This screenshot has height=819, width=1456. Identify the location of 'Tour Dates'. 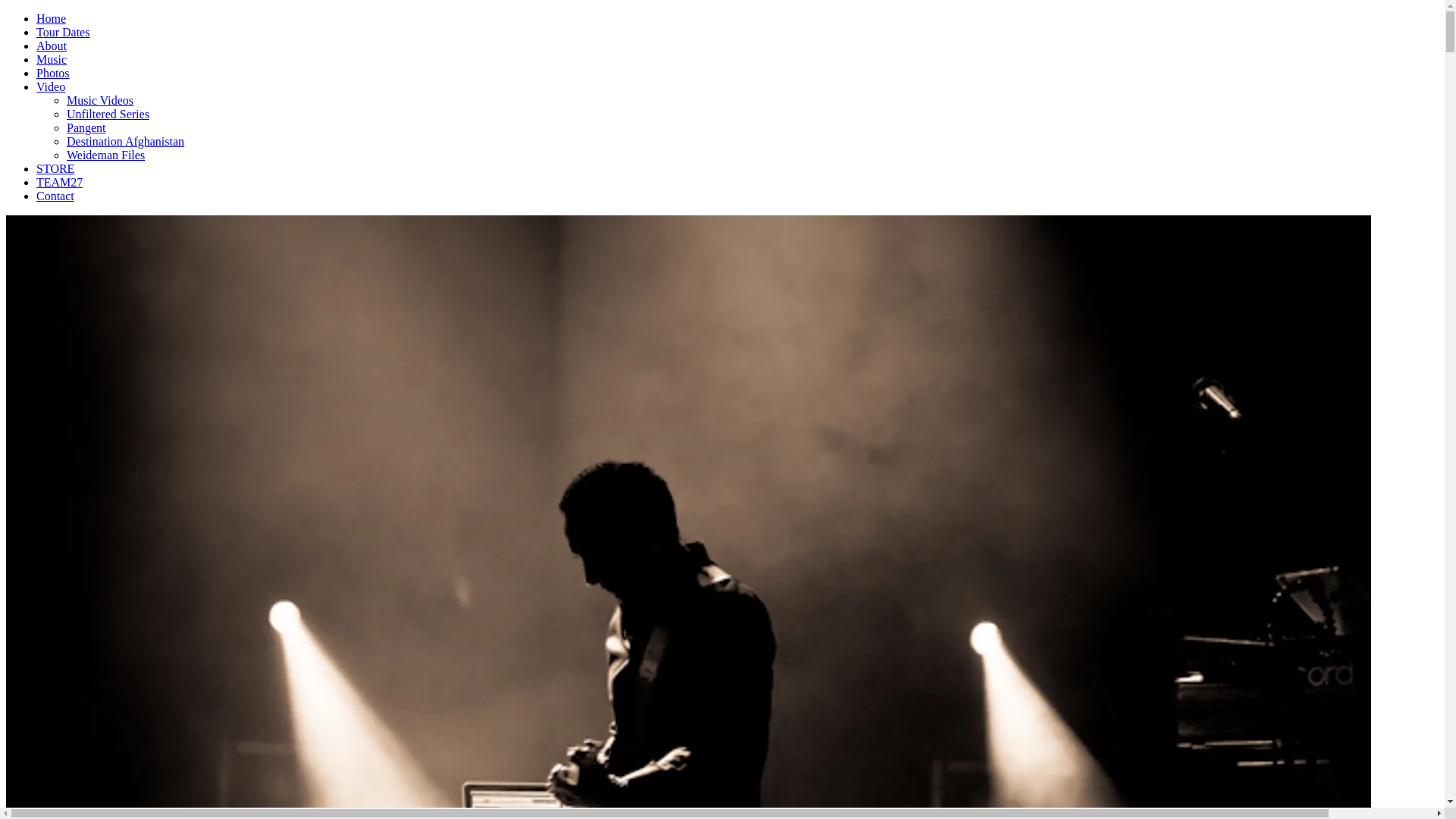
(36, 32).